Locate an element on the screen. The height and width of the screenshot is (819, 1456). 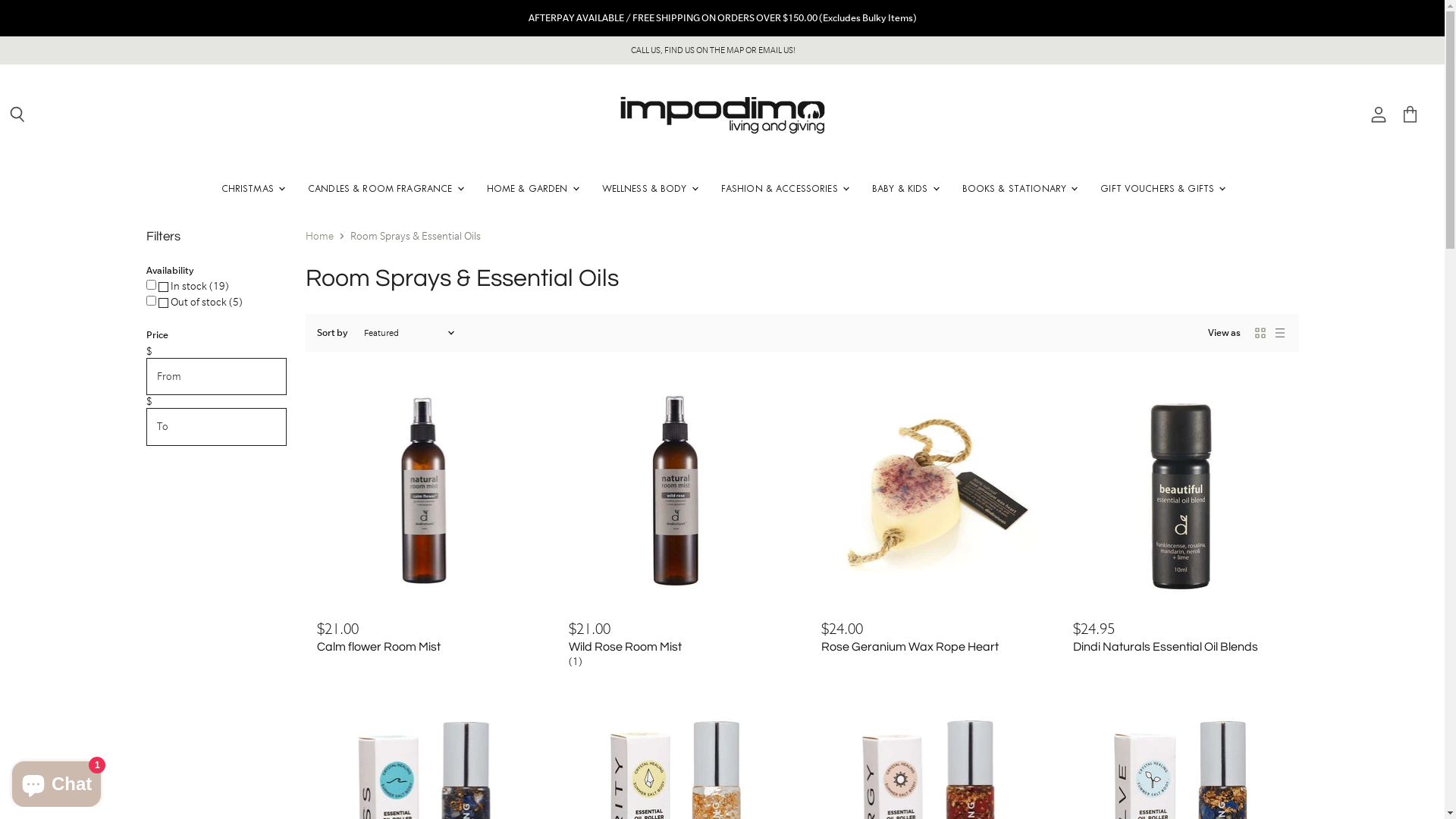
'List icon' is located at coordinates (1279, 332).